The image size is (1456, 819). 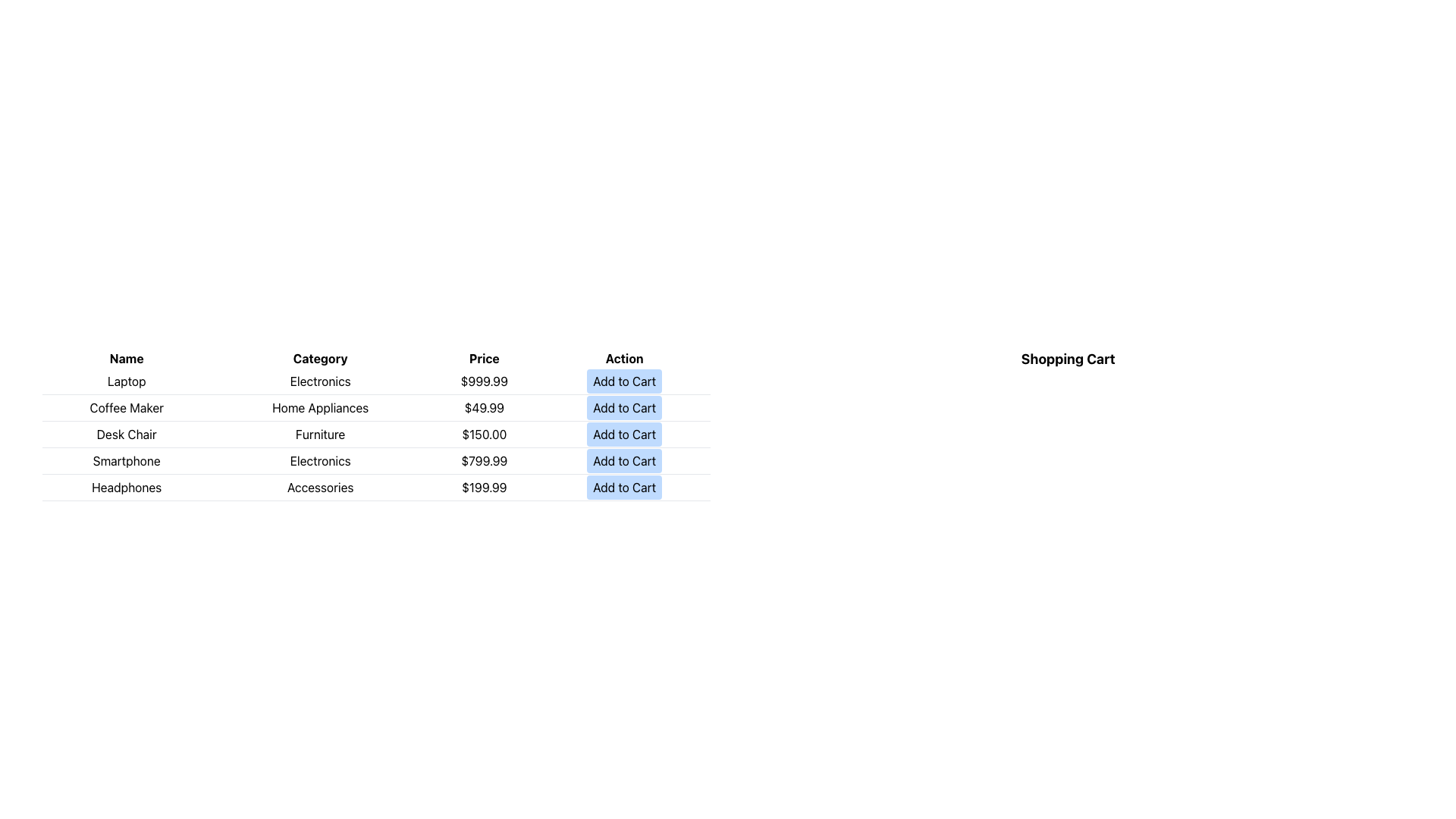 What do you see at coordinates (624, 380) in the screenshot?
I see `the 'Add to Cart' button for the 'Laptop' item located` at bounding box center [624, 380].